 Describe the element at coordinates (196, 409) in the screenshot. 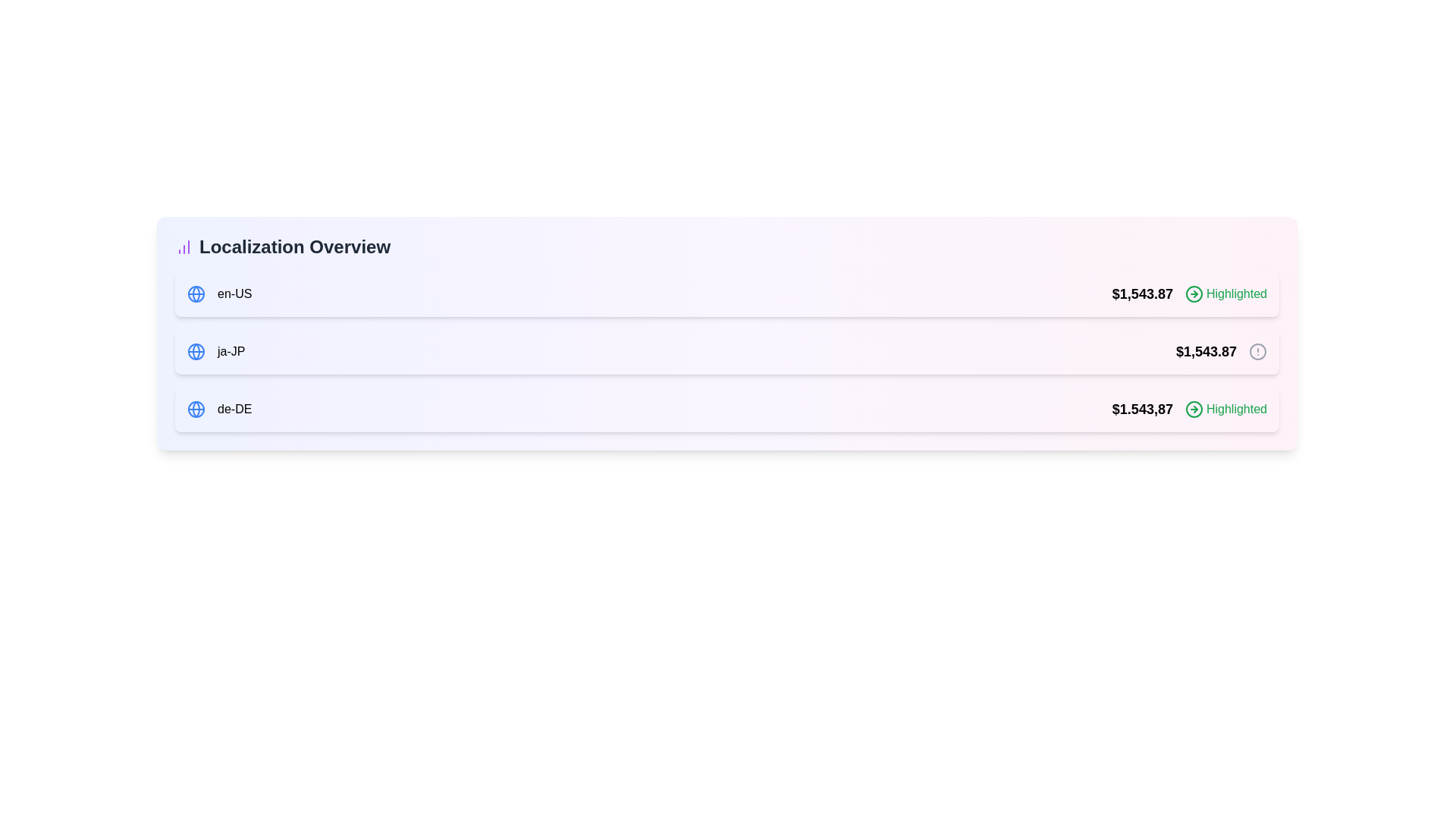

I see `the Decorative icon that signifies the language 'de-DE', which is located to the extreme left of the 'de-DE' text in the third row of a vertically stacked list` at that location.